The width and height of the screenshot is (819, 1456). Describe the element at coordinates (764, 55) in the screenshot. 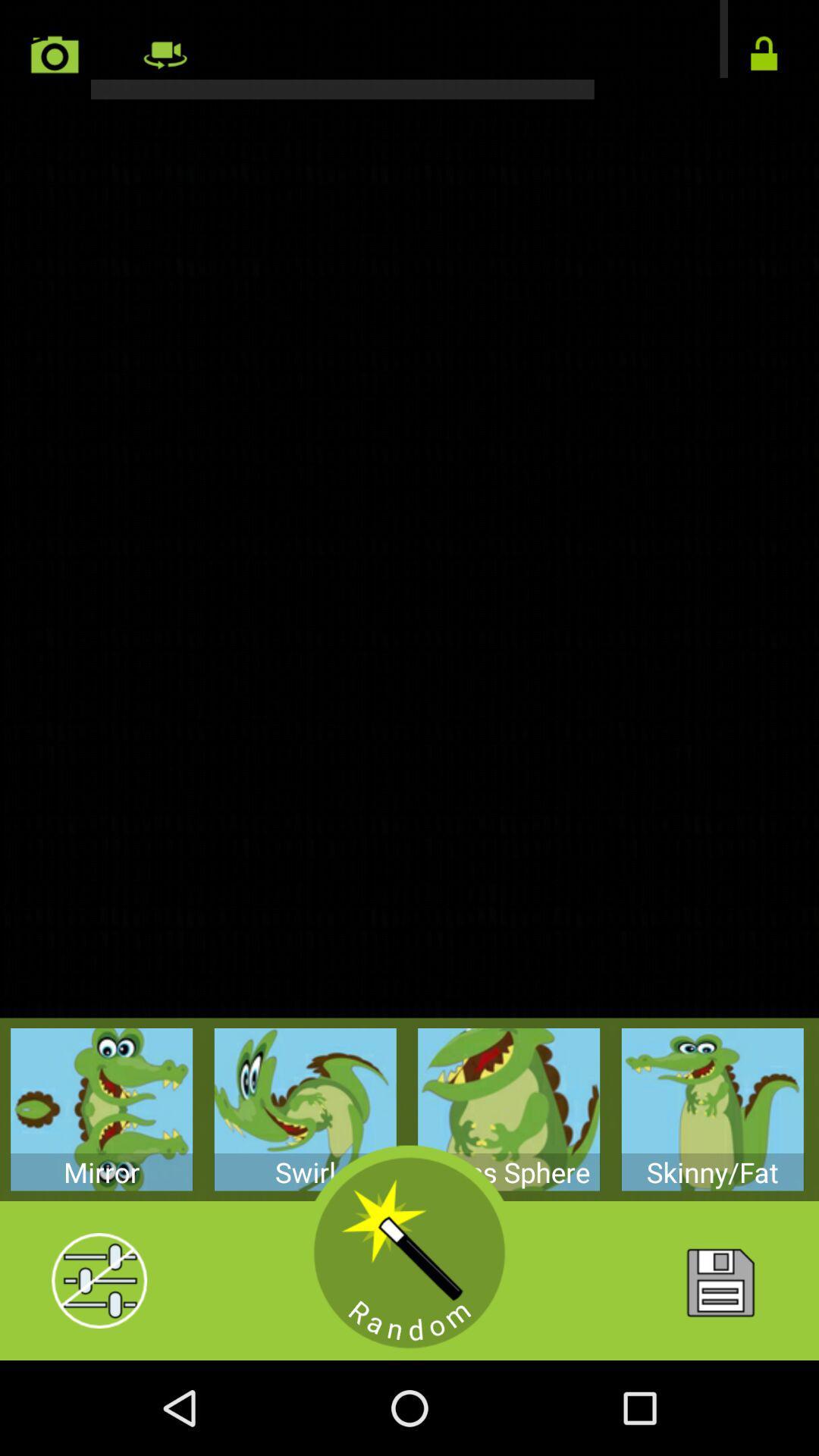

I see `lock/unlock` at that location.